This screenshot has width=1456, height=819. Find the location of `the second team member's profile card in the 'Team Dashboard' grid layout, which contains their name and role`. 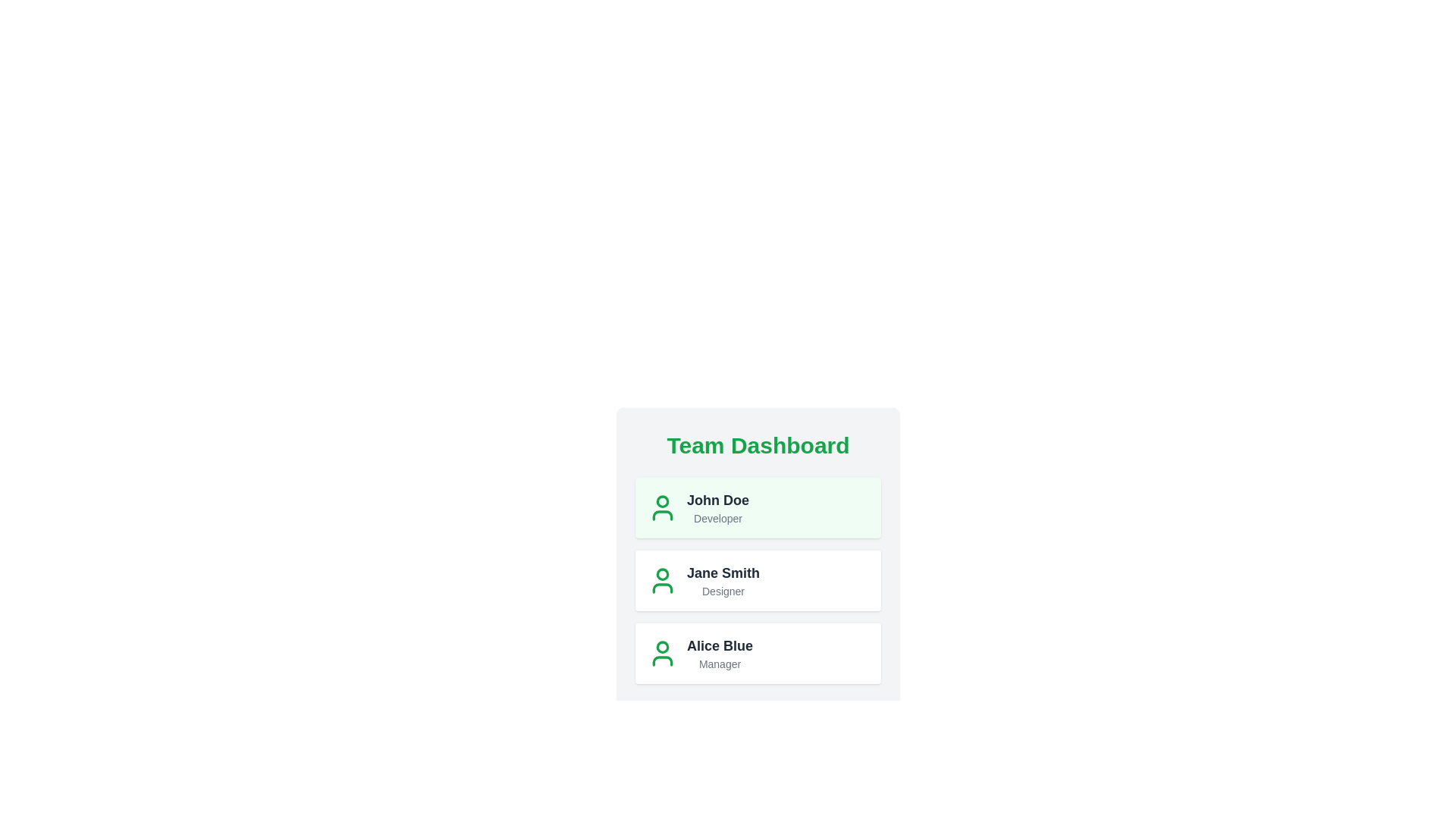

the second team member's profile card in the 'Team Dashboard' grid layout, which contains their name and role is located at coordinates (758, 580).